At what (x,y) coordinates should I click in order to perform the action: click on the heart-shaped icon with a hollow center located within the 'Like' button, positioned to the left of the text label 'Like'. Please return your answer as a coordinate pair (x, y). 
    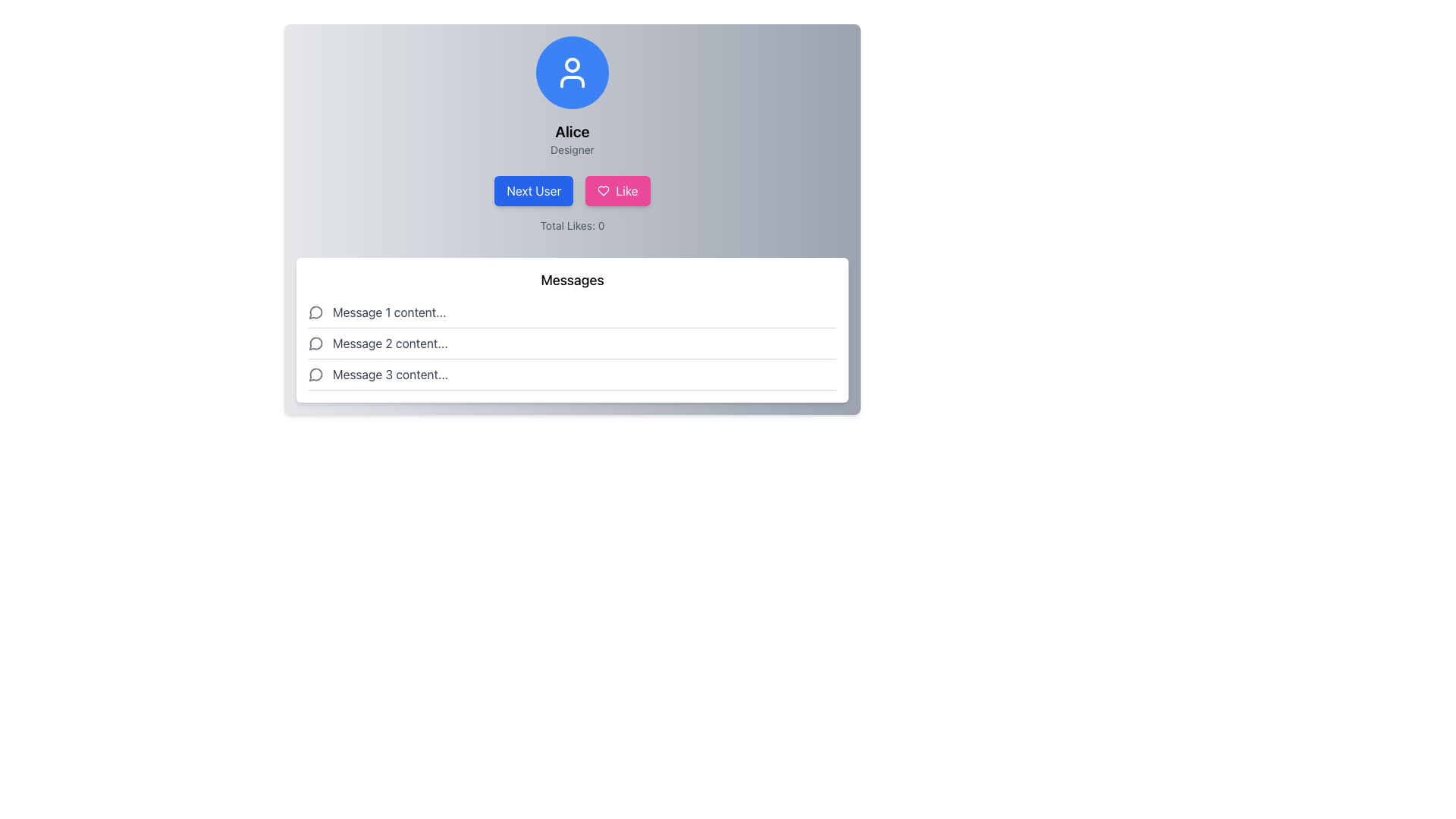
    Looking at the image, I should click on (603, 190).